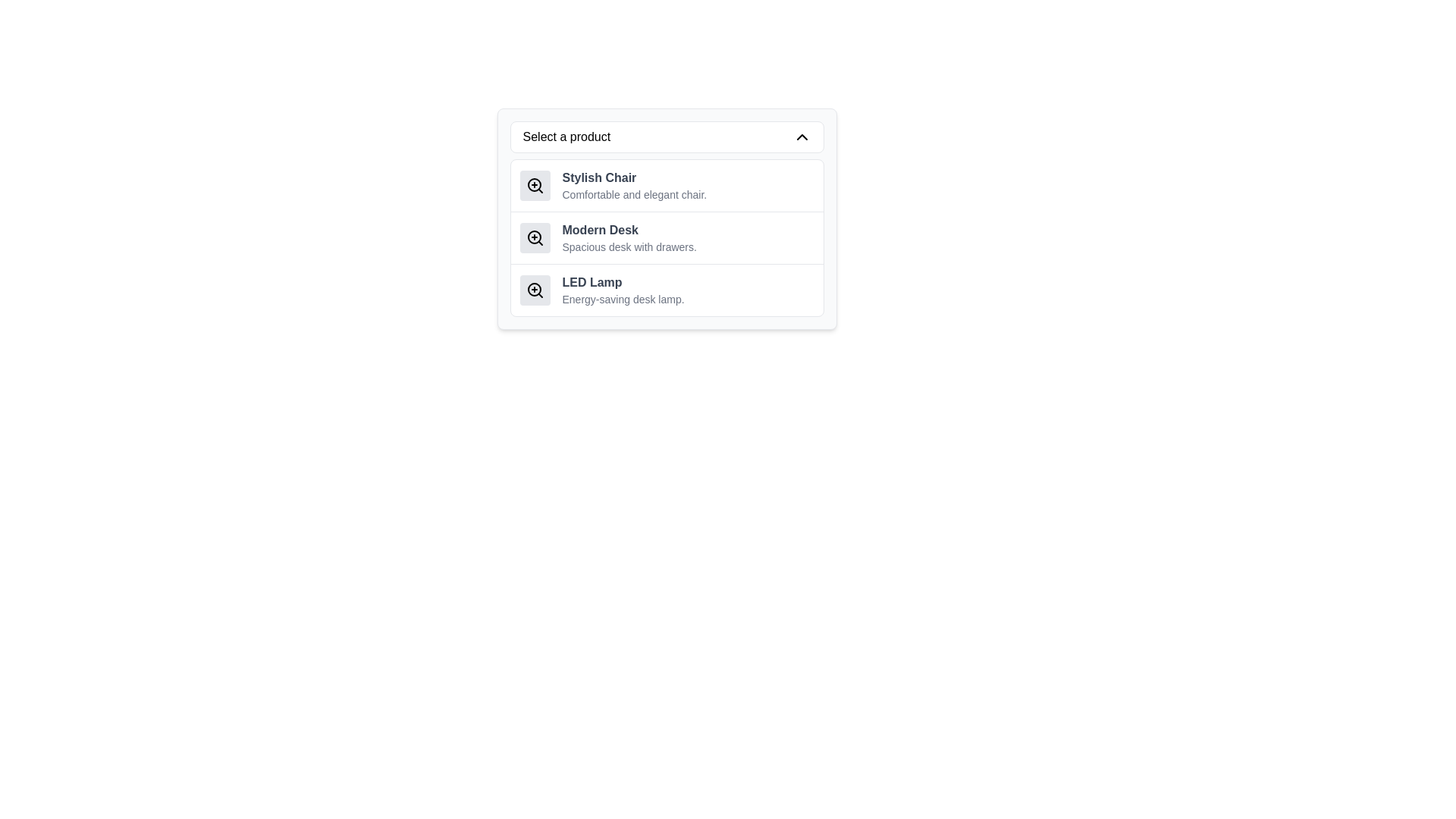  I want to click on the small gray rectangular button with rounded corners containing a magnifying glass icon with a plus sign, located to the left of the 'LED Lamp' text in the product selection dropdown menu, so click(535, 290).